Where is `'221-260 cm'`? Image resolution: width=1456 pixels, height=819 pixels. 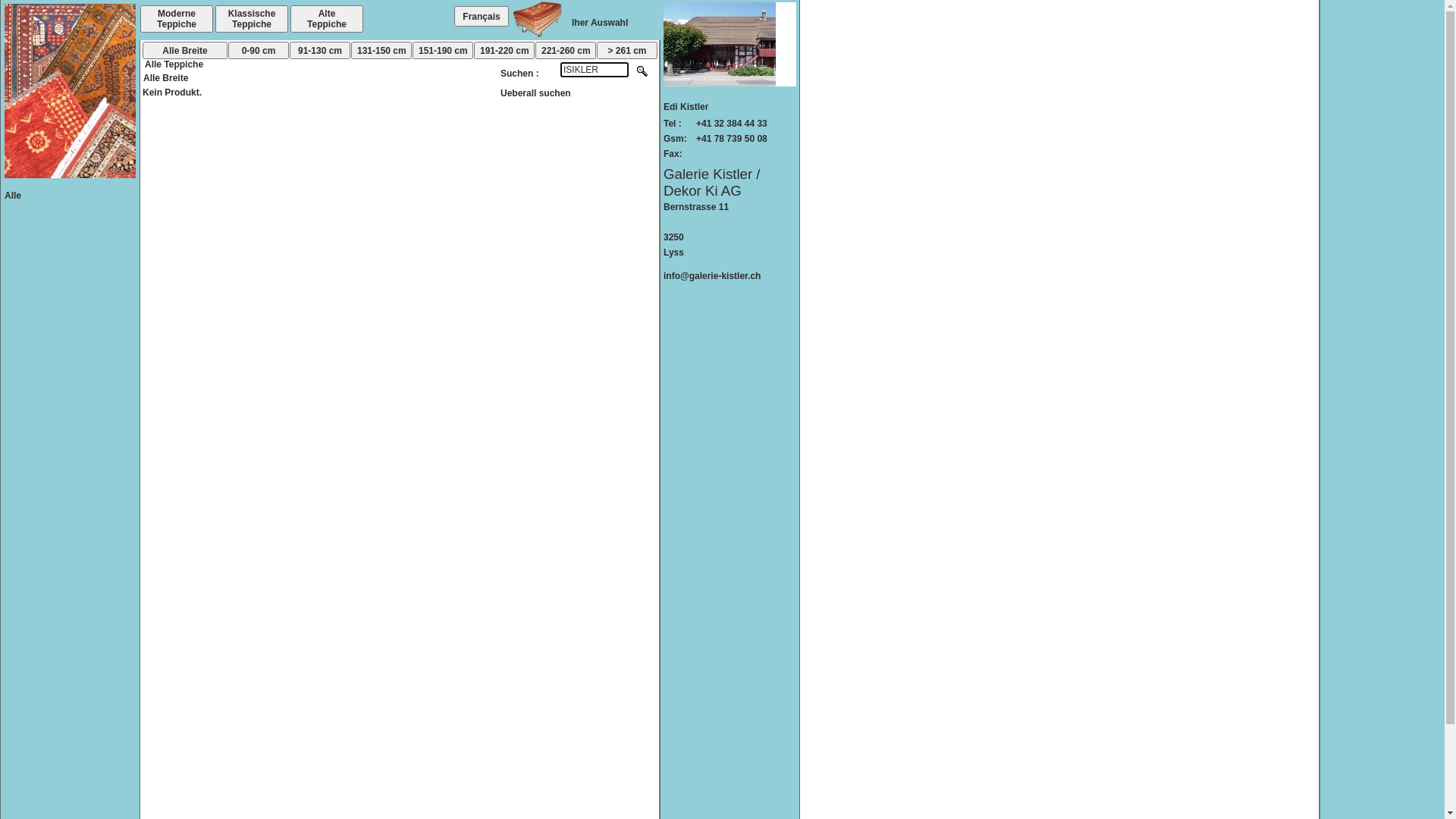
'221-260 cm' is located at coordinates (535, 49).